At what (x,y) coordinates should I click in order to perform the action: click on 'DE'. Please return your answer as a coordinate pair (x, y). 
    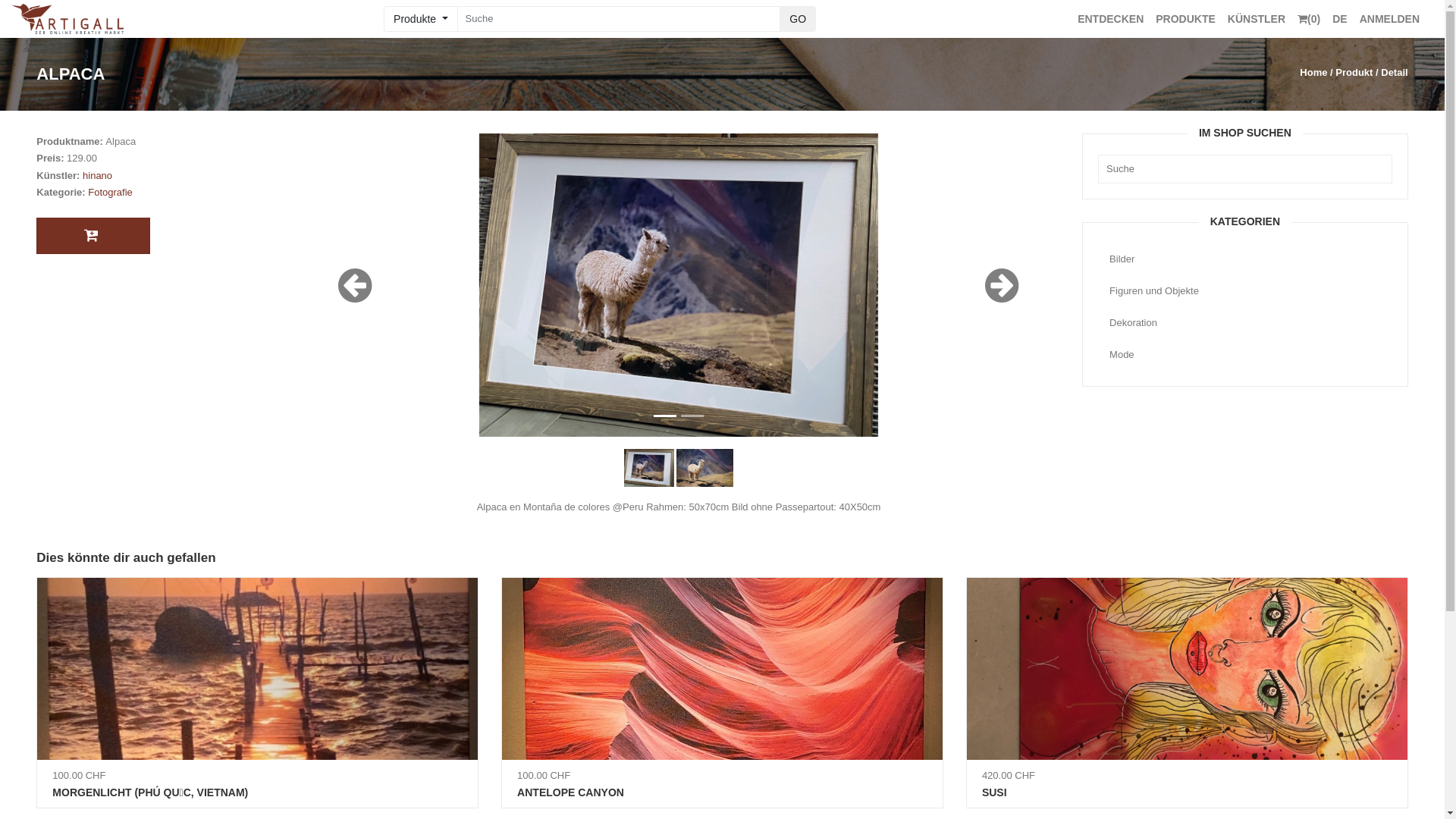
    Looking at the image, I should click on (1339, 18).